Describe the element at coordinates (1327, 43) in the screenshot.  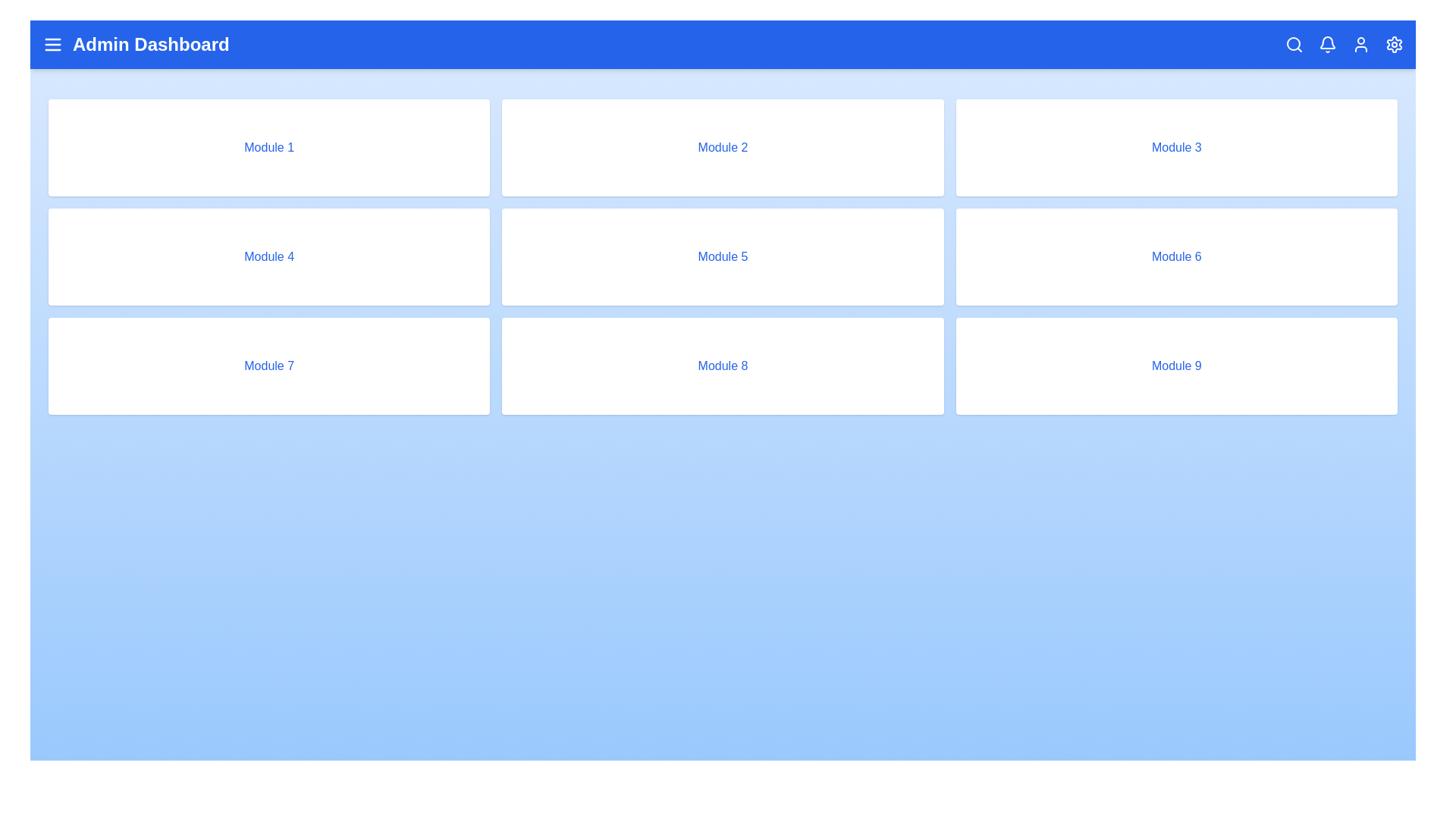
I see `the bell icon to view notifications` at that location.